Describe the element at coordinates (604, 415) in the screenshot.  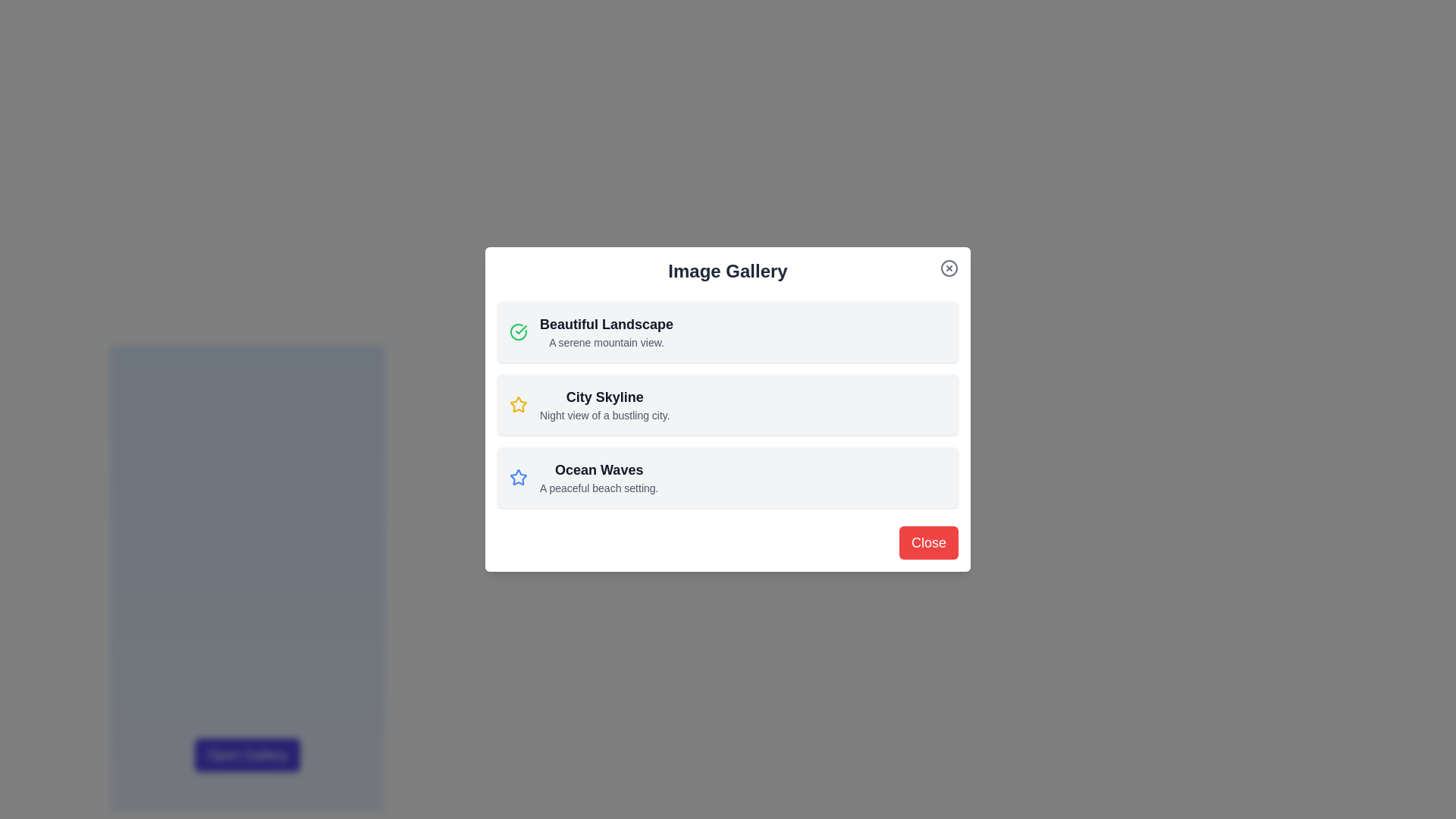
I see `the static text providing supplementary information about the title 'City Skyline', located directly below the bolded title in the second card of a vertically organized interface` at that location.